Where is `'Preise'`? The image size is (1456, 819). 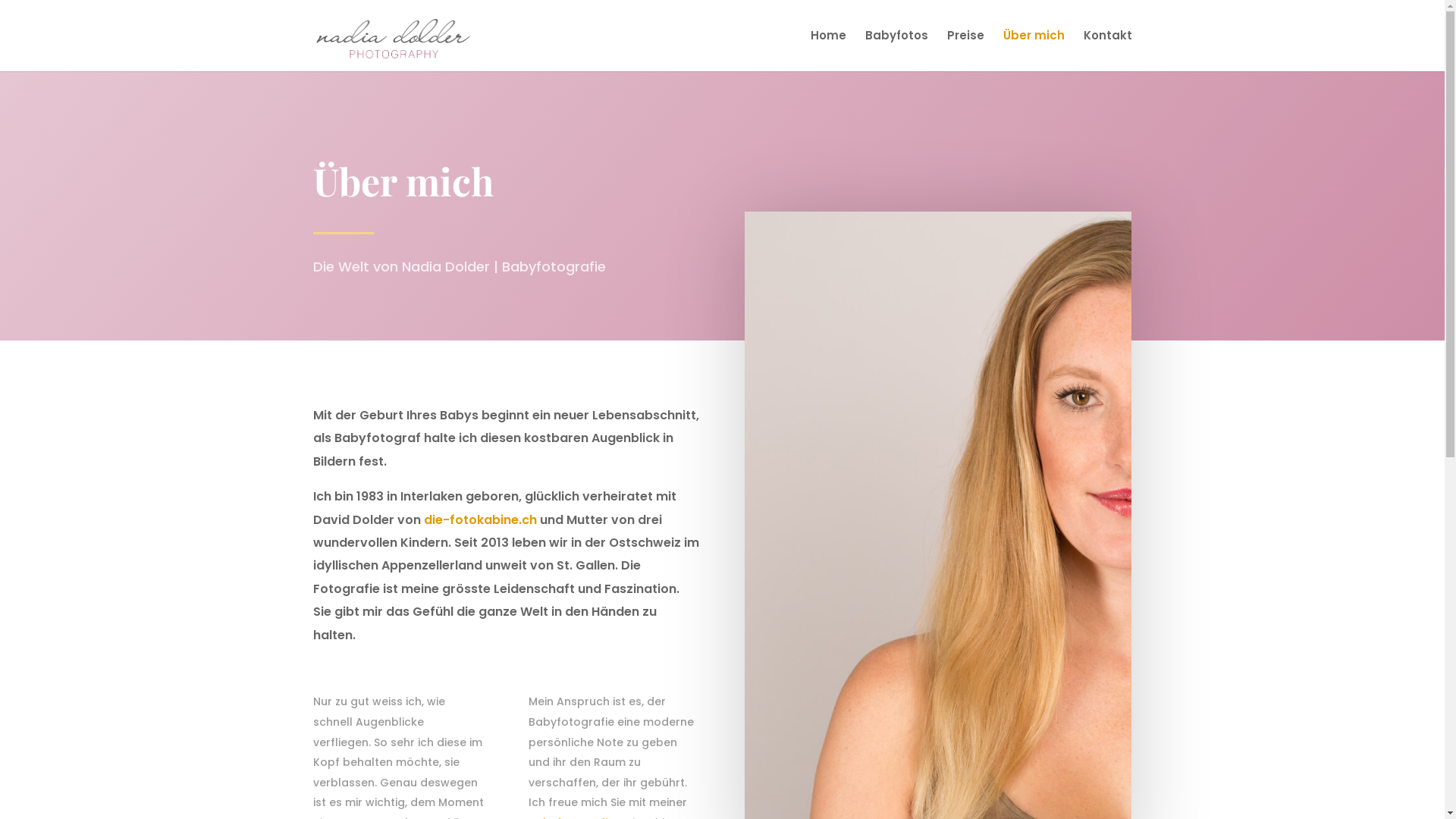 'Preise' is located at coordinates (964, 49).